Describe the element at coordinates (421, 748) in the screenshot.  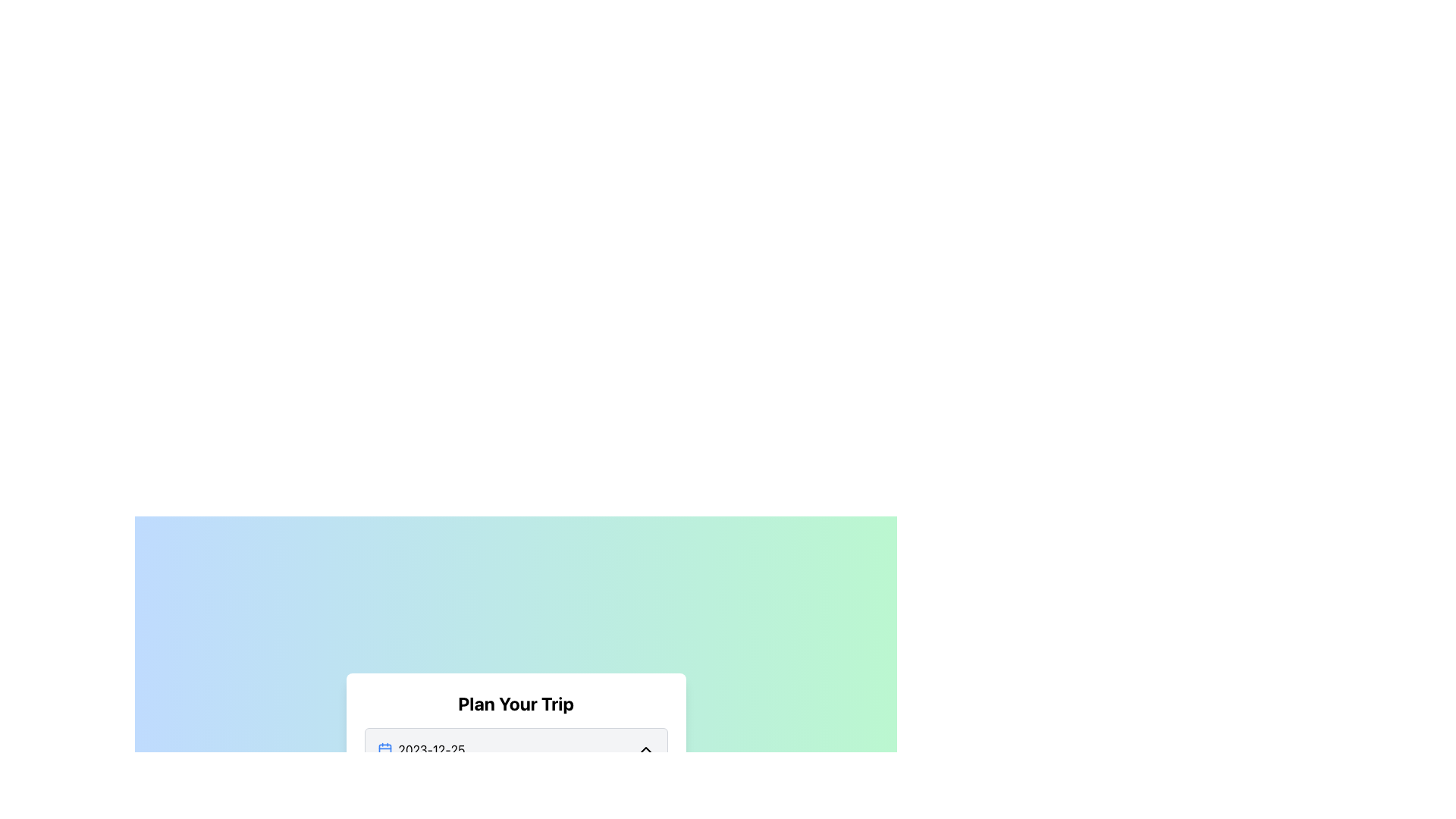
I see `the text display showing the date '2023-12-25'` at that location.